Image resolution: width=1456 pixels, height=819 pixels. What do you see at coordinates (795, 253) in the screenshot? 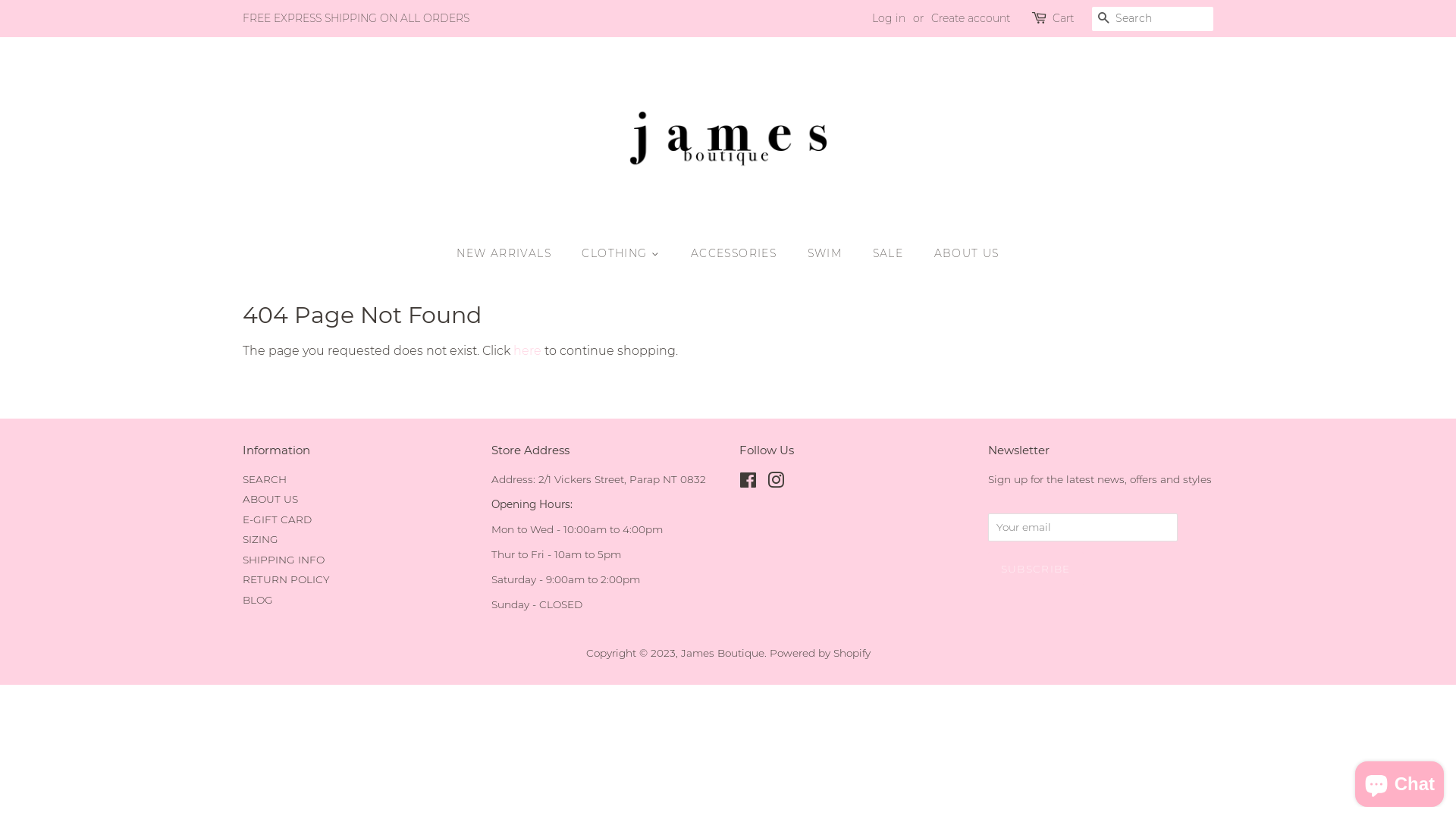
I see `'SWIM'` at bounding box center [795, 253].